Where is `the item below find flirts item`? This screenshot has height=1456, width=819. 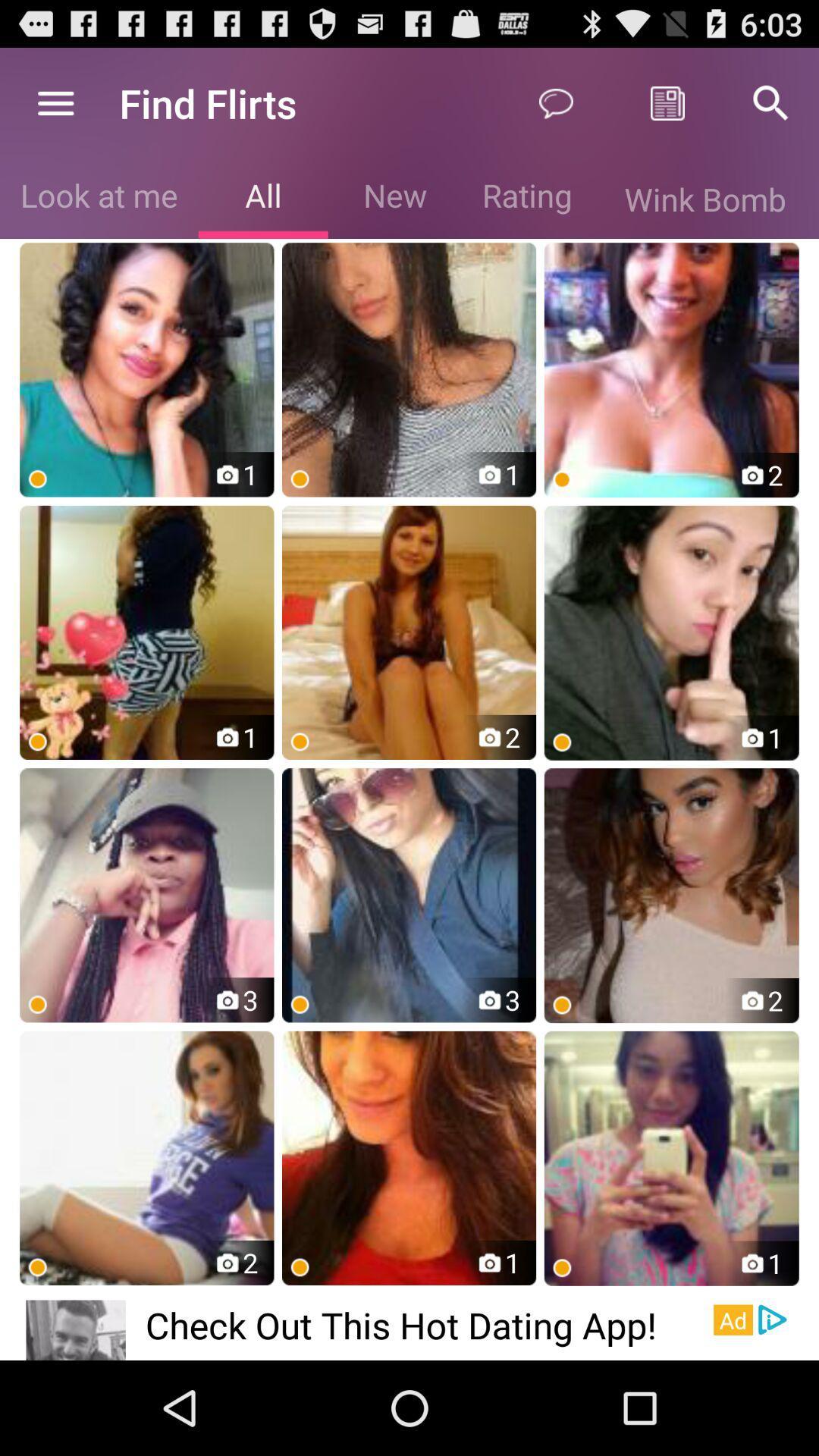 the item below find flirts item is located at coordinates (262, 198).